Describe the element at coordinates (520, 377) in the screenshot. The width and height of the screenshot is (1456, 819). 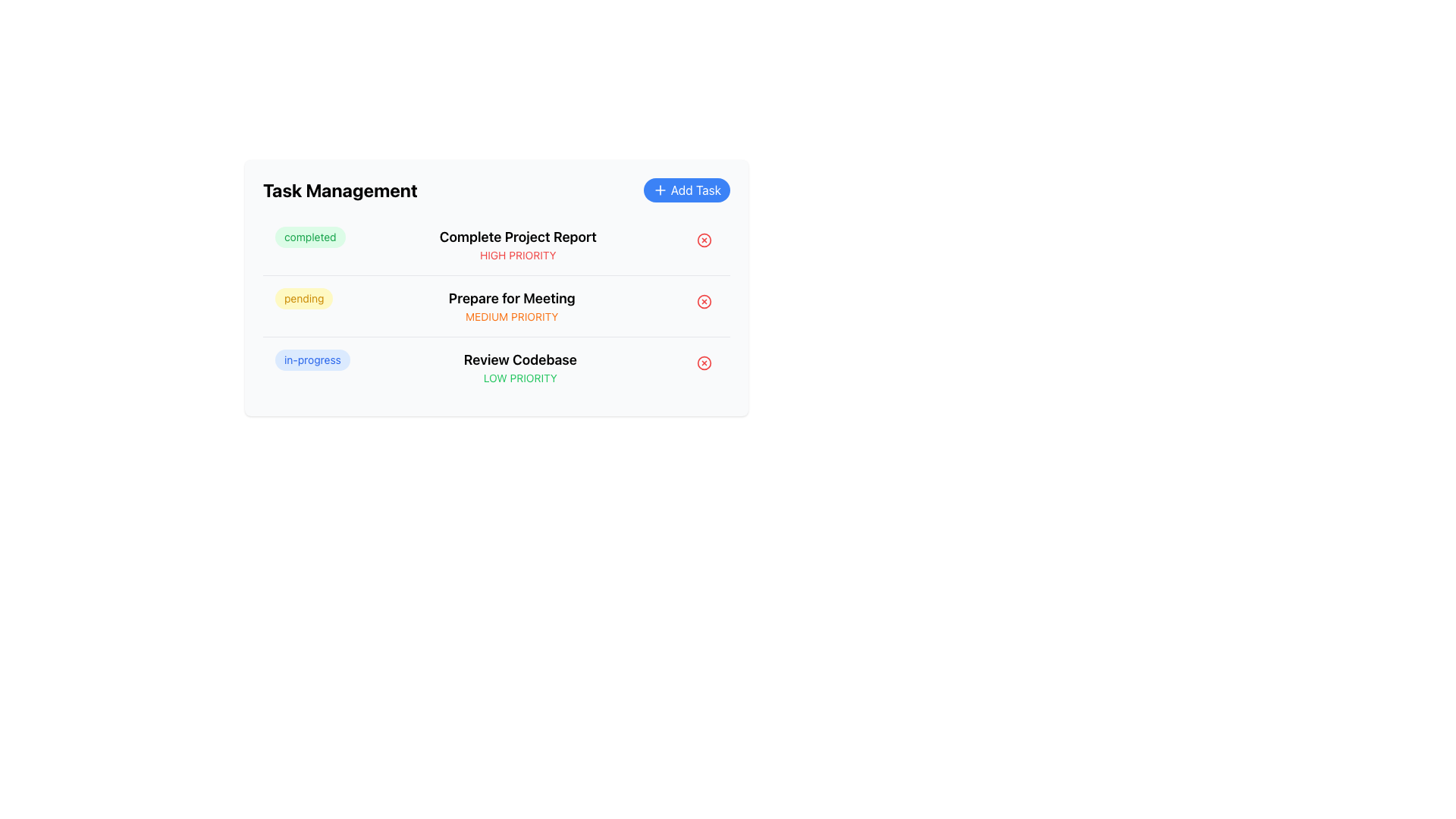
I see `the static text label that reads 'LOW PRIORITY', which is located under 'Review Codebase' in the task management interface` at that location.